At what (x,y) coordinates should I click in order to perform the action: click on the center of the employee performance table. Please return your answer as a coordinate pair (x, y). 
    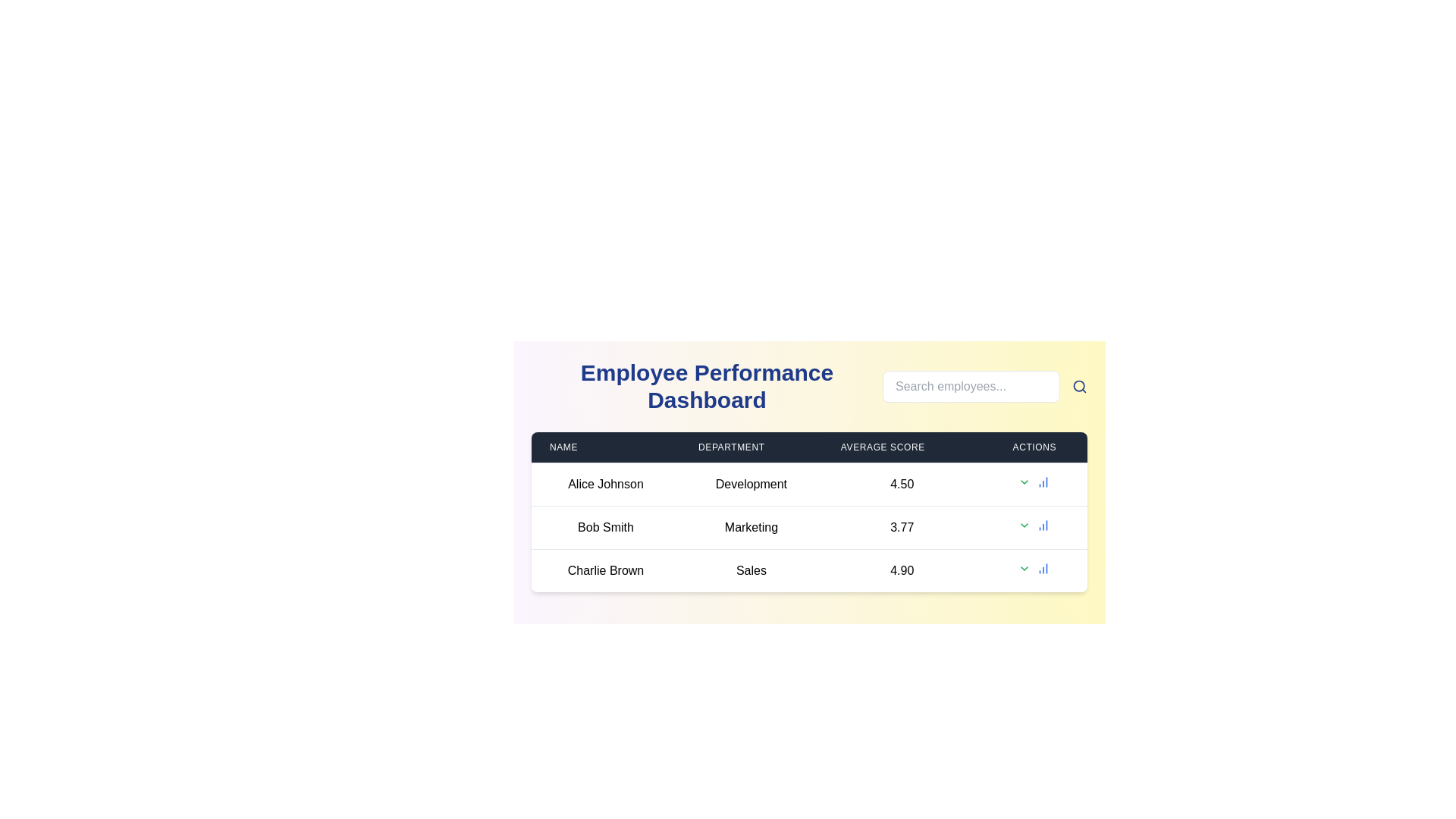
    Looking at the image, I should click on (808, 512).